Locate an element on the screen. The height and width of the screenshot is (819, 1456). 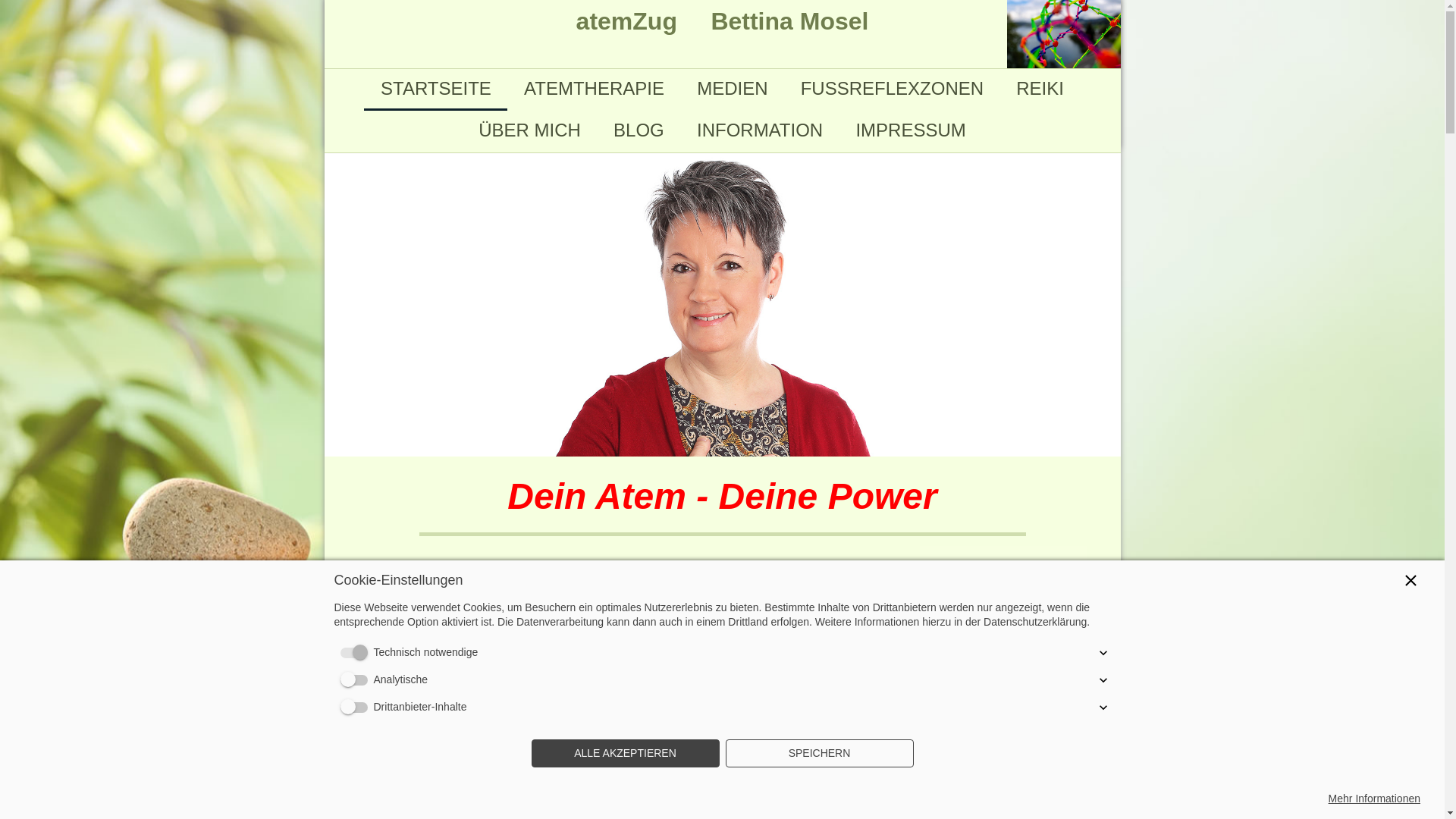
'ALLE AKZEPTIEREN' is located at coordinates (625, 754).